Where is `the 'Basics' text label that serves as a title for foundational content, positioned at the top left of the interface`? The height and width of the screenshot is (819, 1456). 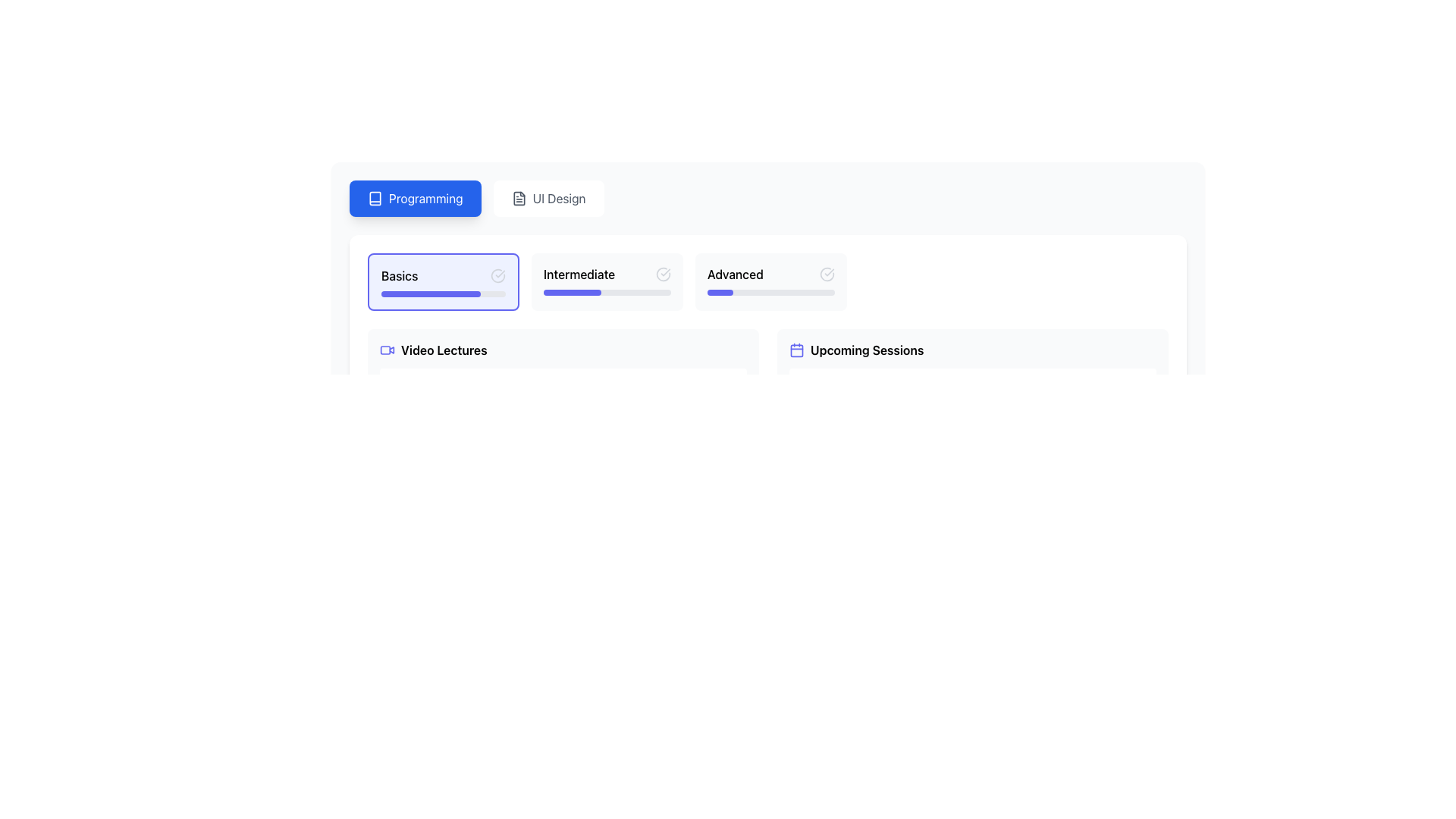 the 'Basics' text label that serves as a title for foundational content, positioned at the top left of the interface is located at coordinates (400, 275).